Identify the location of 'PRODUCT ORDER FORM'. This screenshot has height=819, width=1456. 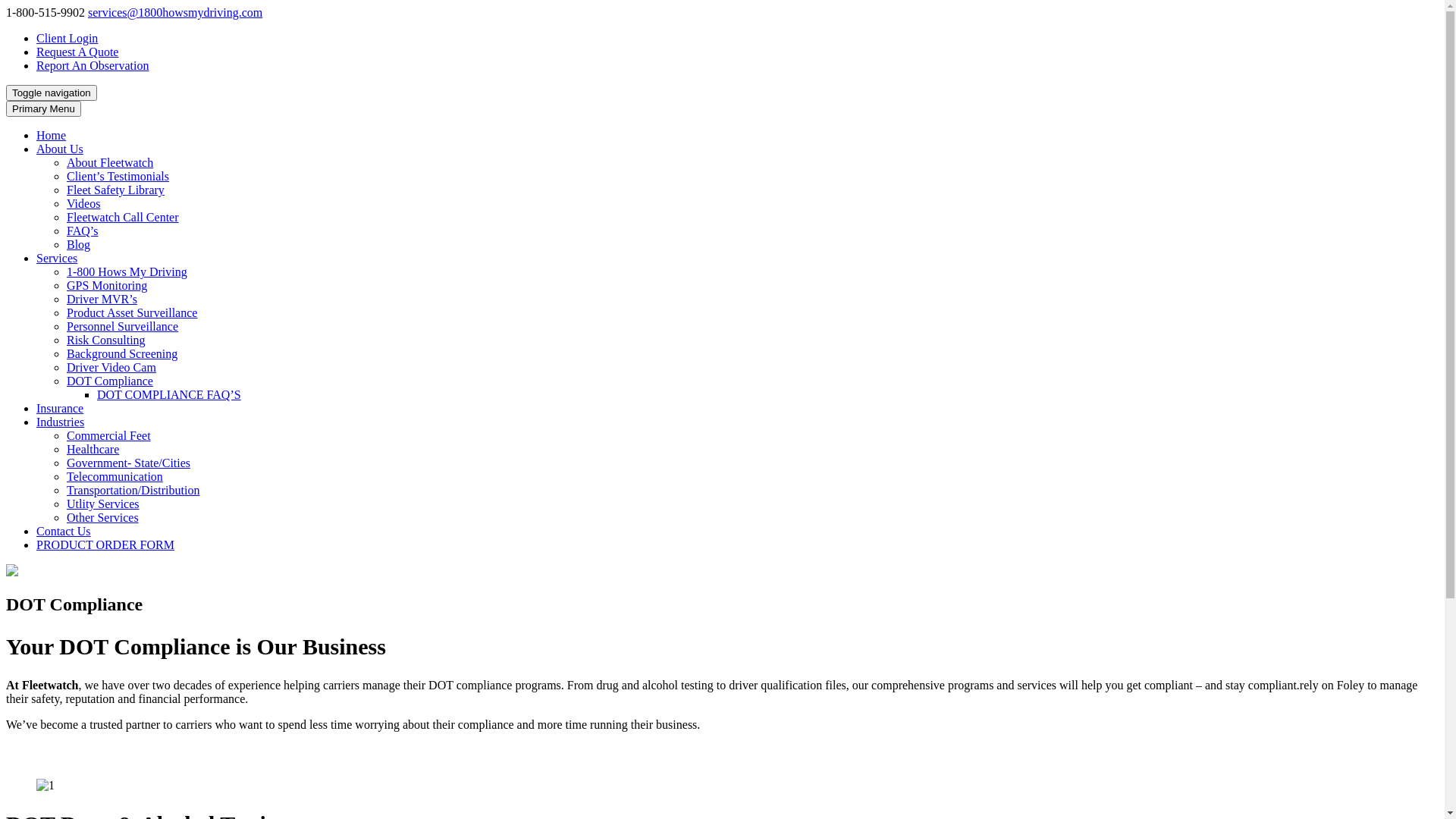
(105, 544).